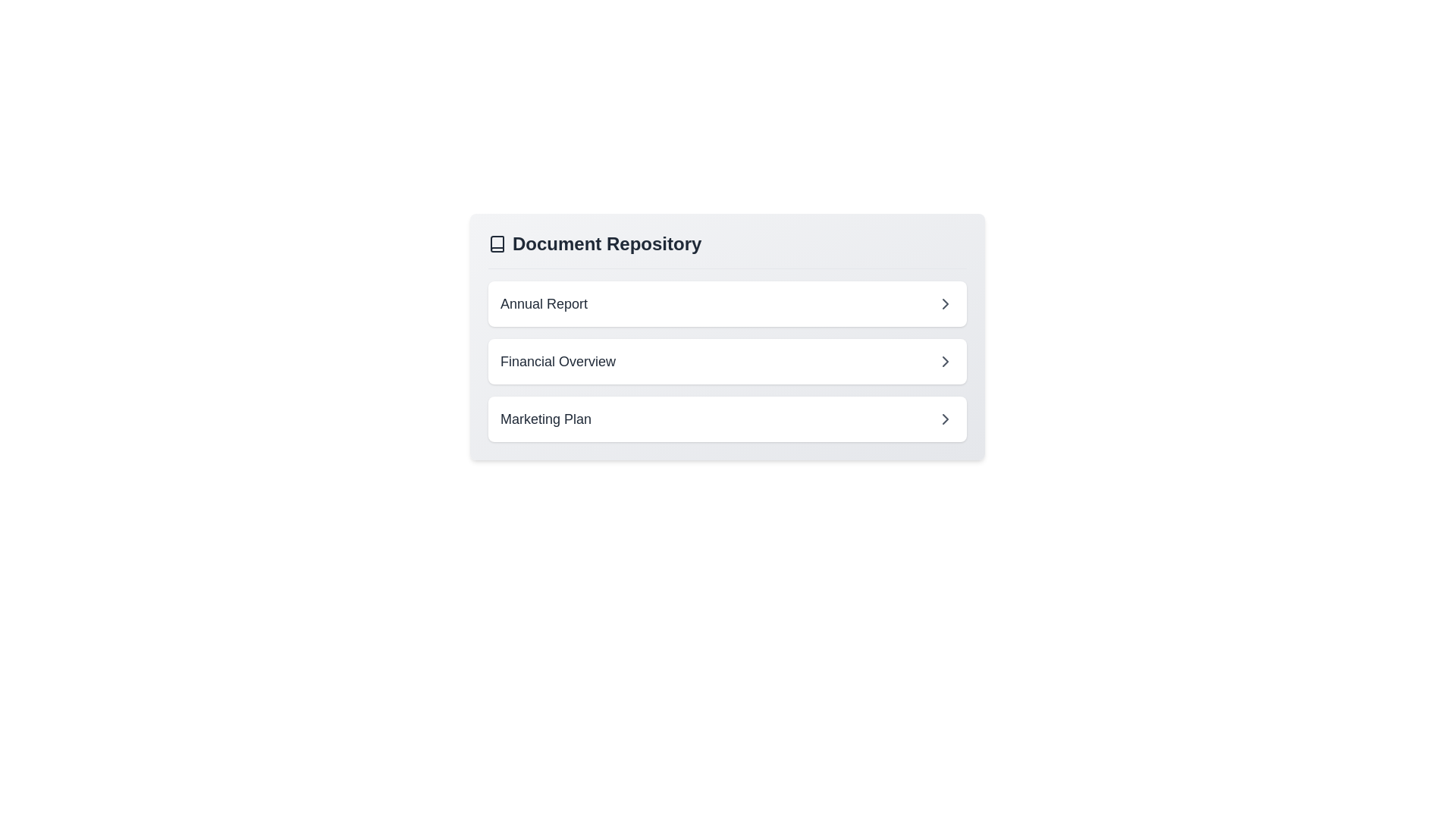 The height and width of the screenshot is (819, 1456). I want to click on the 'Annual Report' list item, so click(726, 304).